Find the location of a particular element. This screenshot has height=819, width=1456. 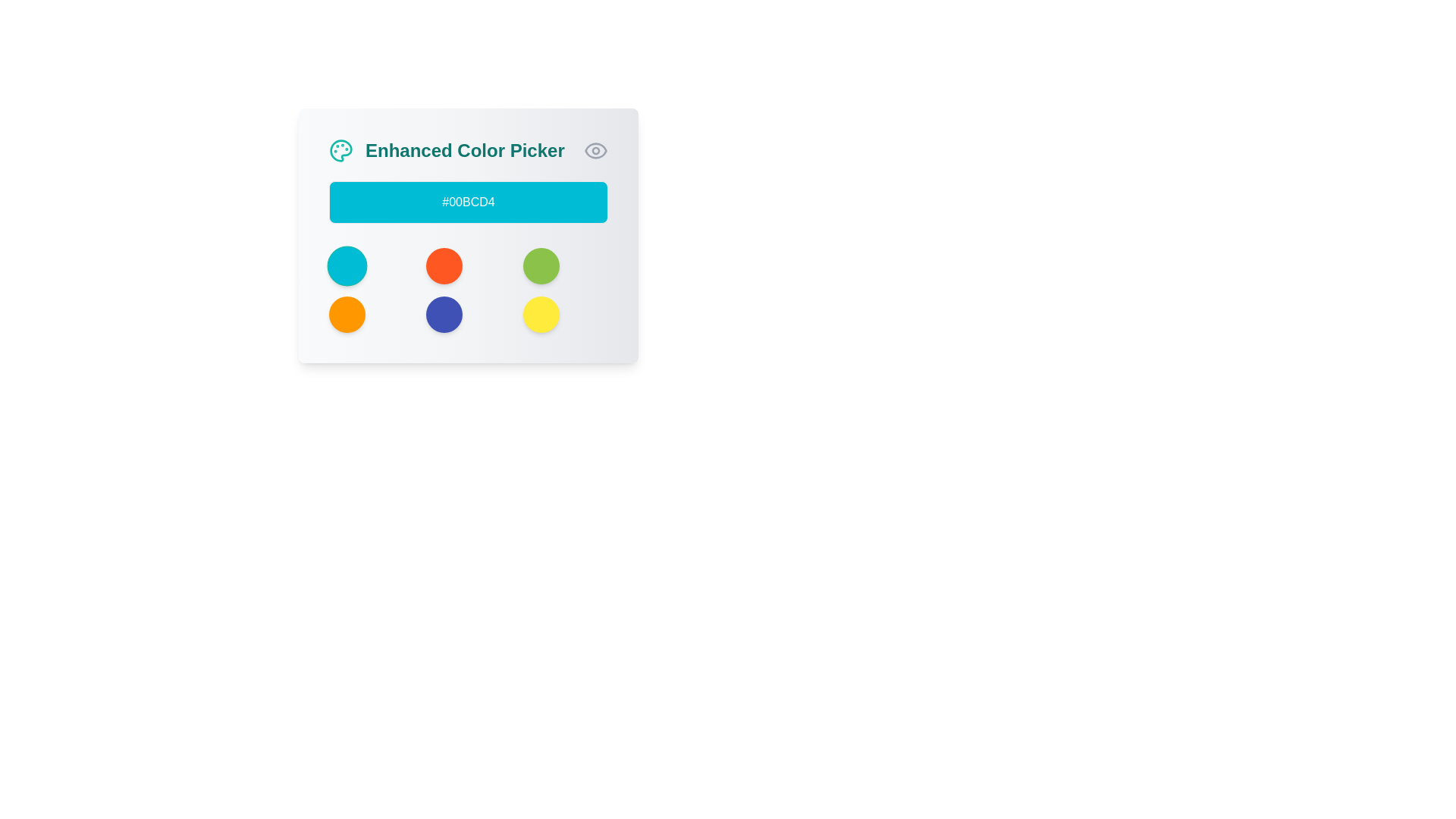

the green circular button located in the grid layout, which is the third button in the top row is located at coordinates (541, 265).